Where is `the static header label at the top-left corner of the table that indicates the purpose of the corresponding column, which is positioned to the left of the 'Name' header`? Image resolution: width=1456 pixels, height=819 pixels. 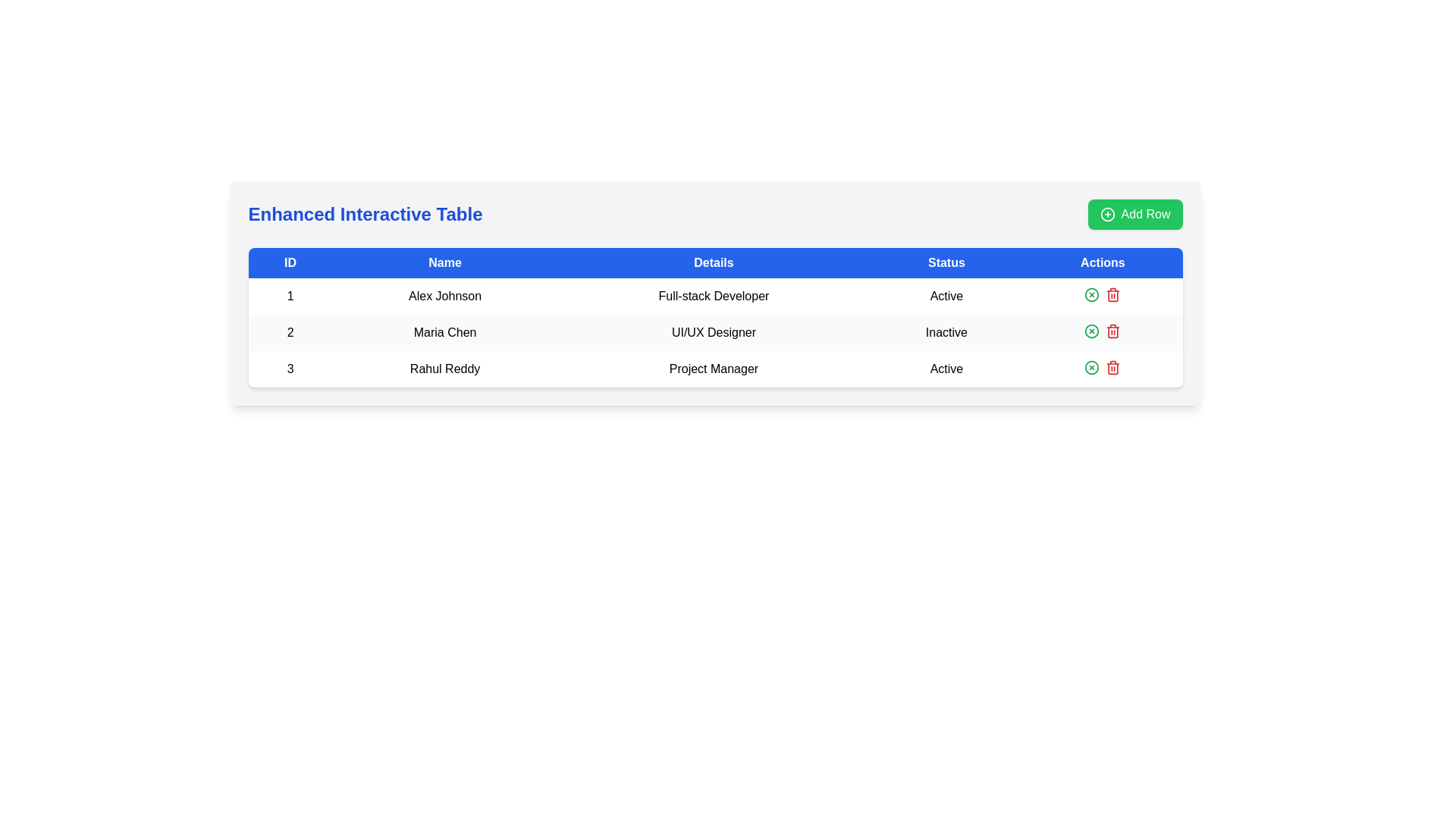 the static header label at the top-left corner of the table that indicates the purpose of the corresponding column, which is positioned to the left of the 'Name' header is located at coordinates (290, 262).